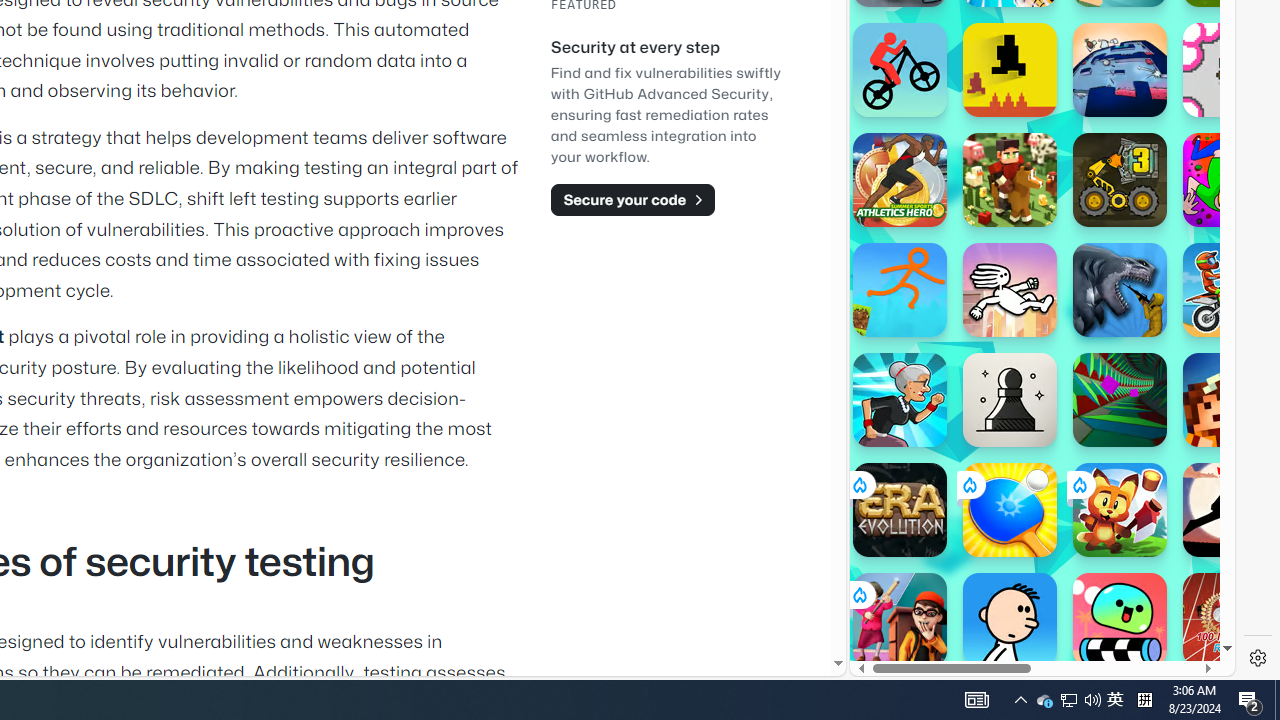  What do you see at coordinates (898, 509) in the screenshot?
I see `'Era: Evolution Era: Evolution'` at bounding box center [898, 509].